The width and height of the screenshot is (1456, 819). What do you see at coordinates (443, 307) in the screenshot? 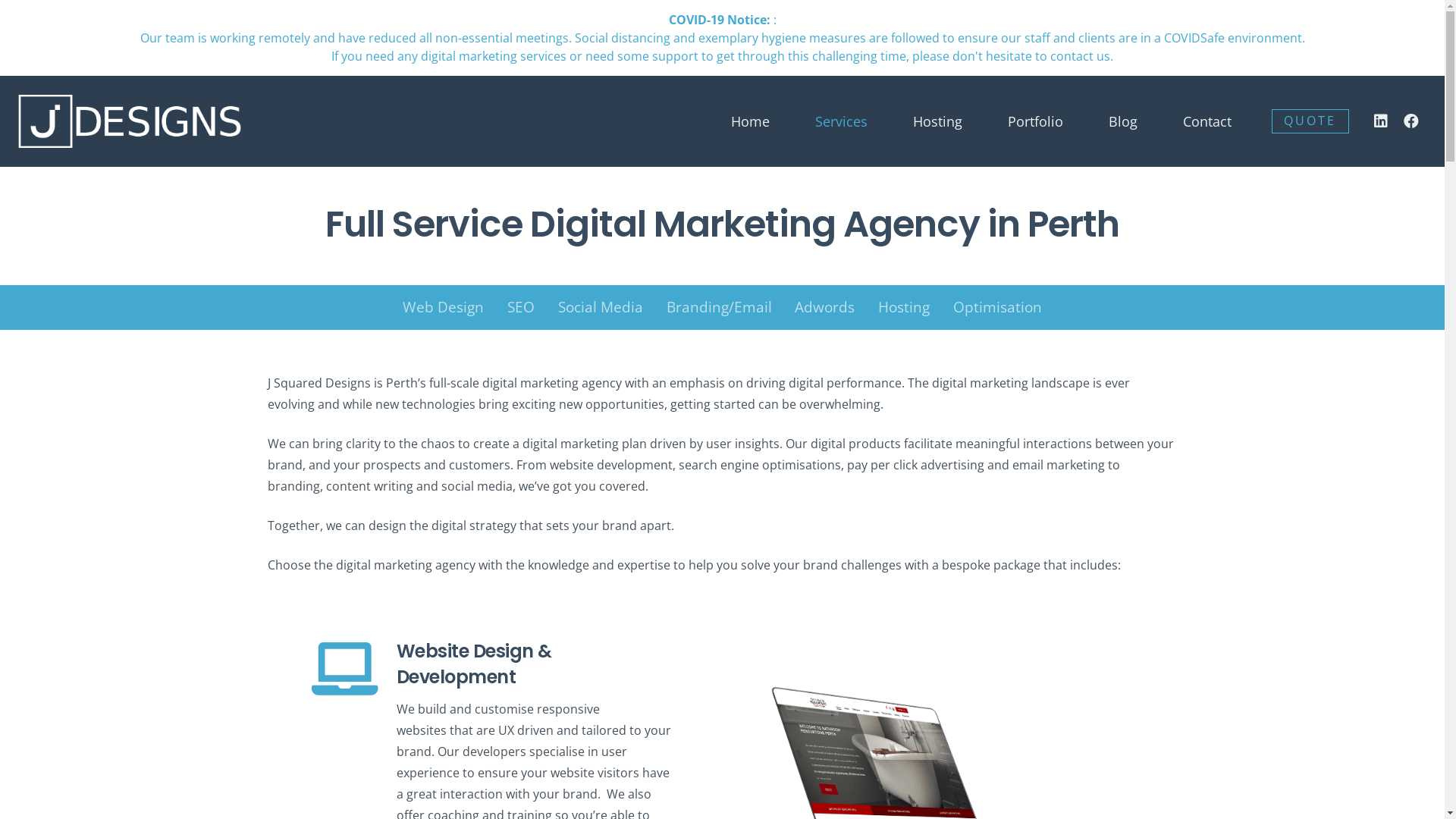
I see `'Web Design'` at bounding box center [443, 307].